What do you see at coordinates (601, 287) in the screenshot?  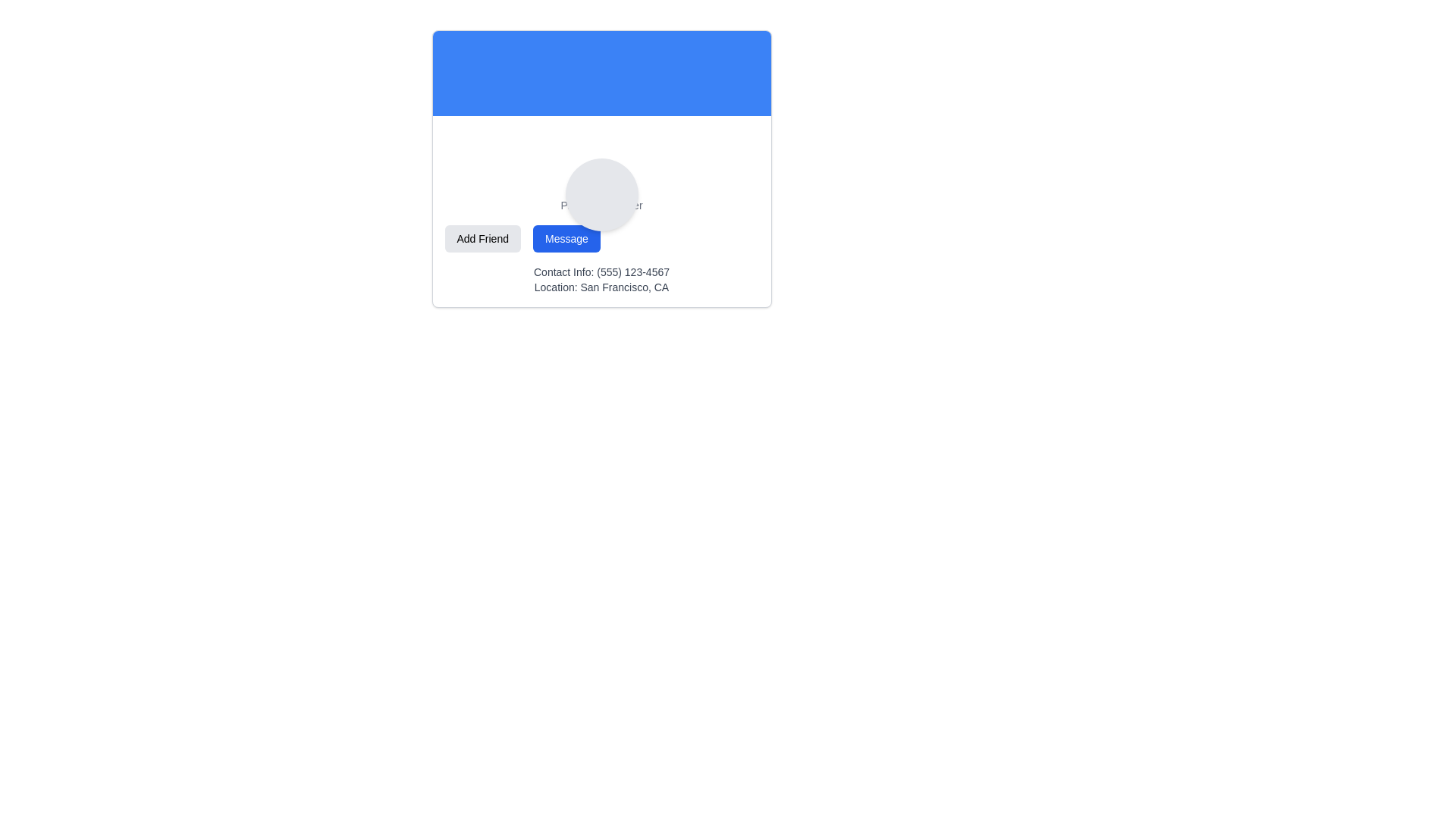 I see `the non-interactive Text label that provides location information associated with the displayed profile, located in the lower part of the card-like section` at bounding box center [601, 287].